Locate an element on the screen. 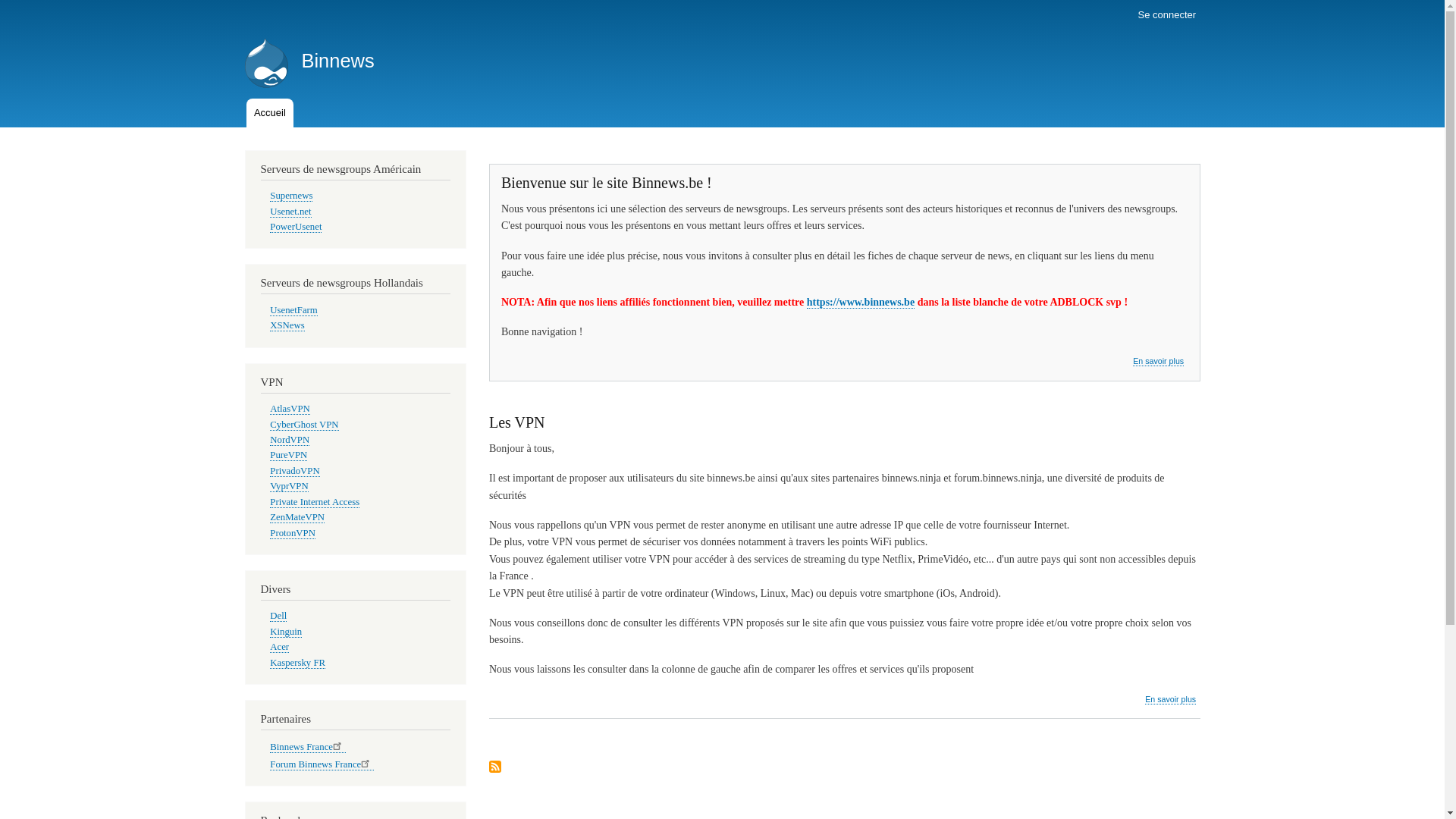 The width and height of the screenshot is (1456, 819). 'Binnews France(le lien est externe)' is located at coordinates (306, 746).